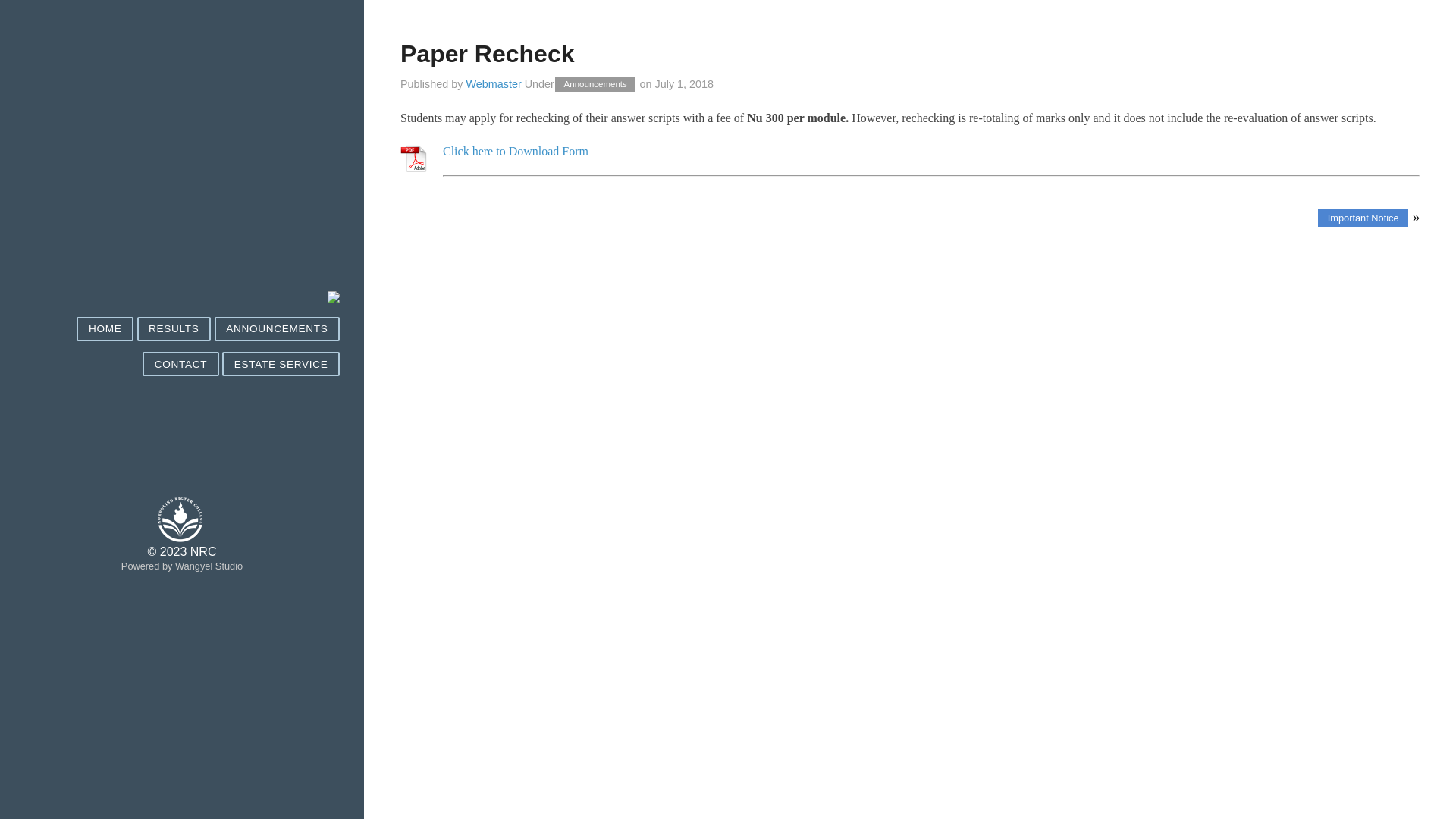 This screenshot has width=1456, height=819. What do you see at coordinates (174, 328) in the screenshot?
I see `'RESULTS'` at bounding box center [174, 328].